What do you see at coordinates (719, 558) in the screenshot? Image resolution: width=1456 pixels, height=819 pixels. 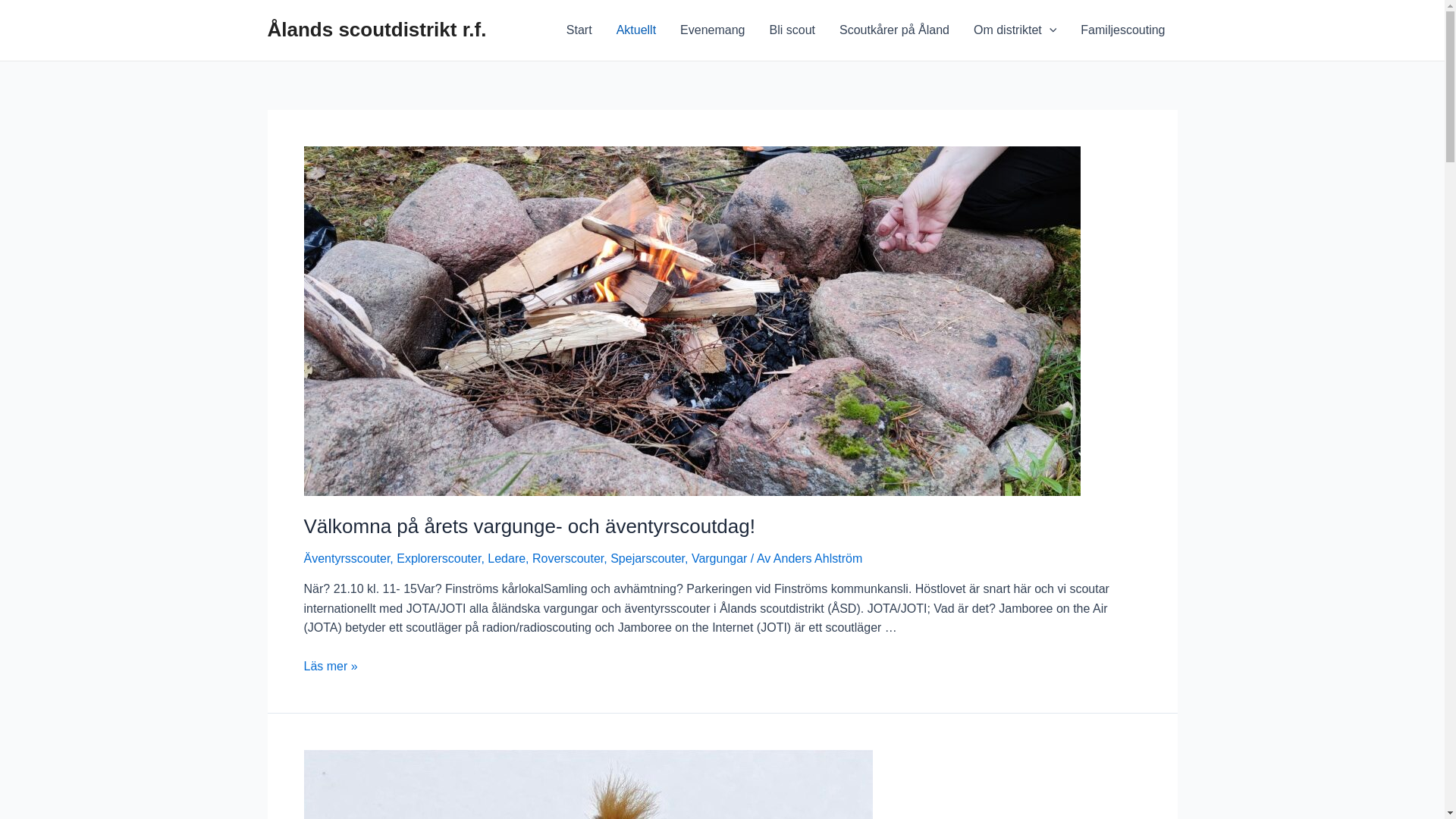 I see `'Vargungar'` at bounding box center [719, 558].